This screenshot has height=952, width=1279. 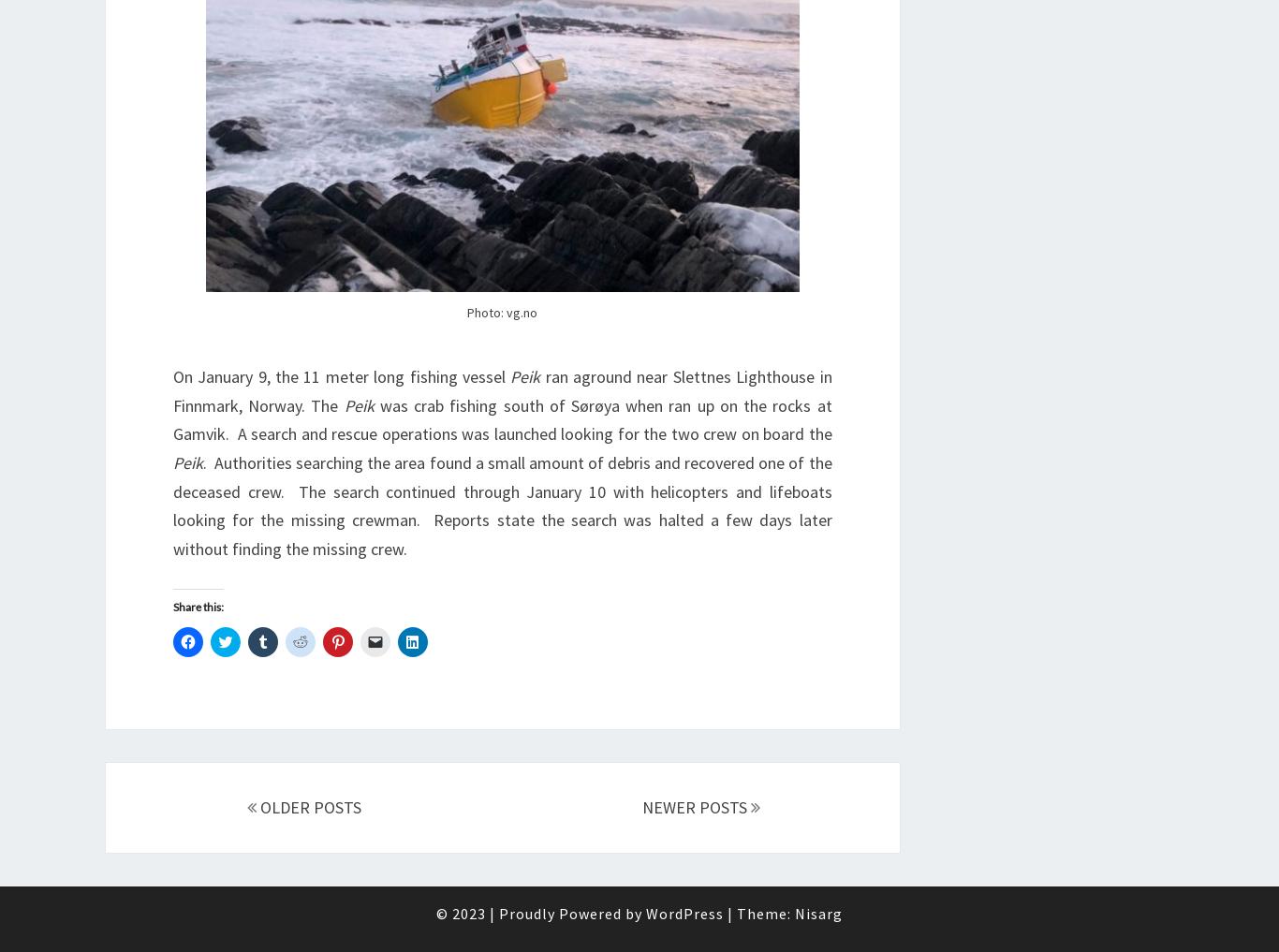 What do you see at coordinates (171, 376) in the screenshot?
I see `'On January 9, the 11 meter long fishing vessel'` at bounding box center [171, 376].